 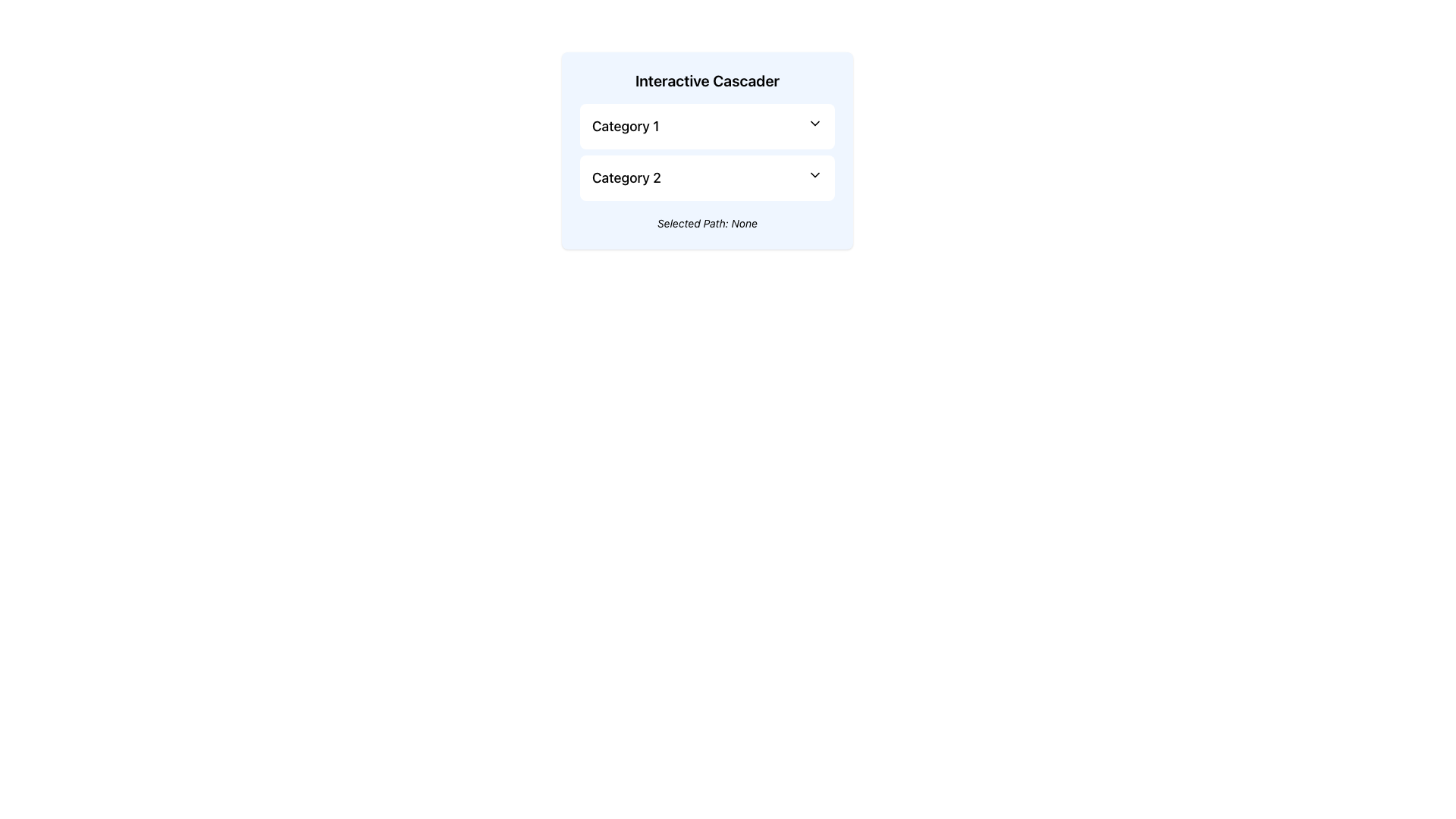 I want to click on the dropdown menu group located in the 'Interactive Cascader' panel, so click(x=706, y=152).